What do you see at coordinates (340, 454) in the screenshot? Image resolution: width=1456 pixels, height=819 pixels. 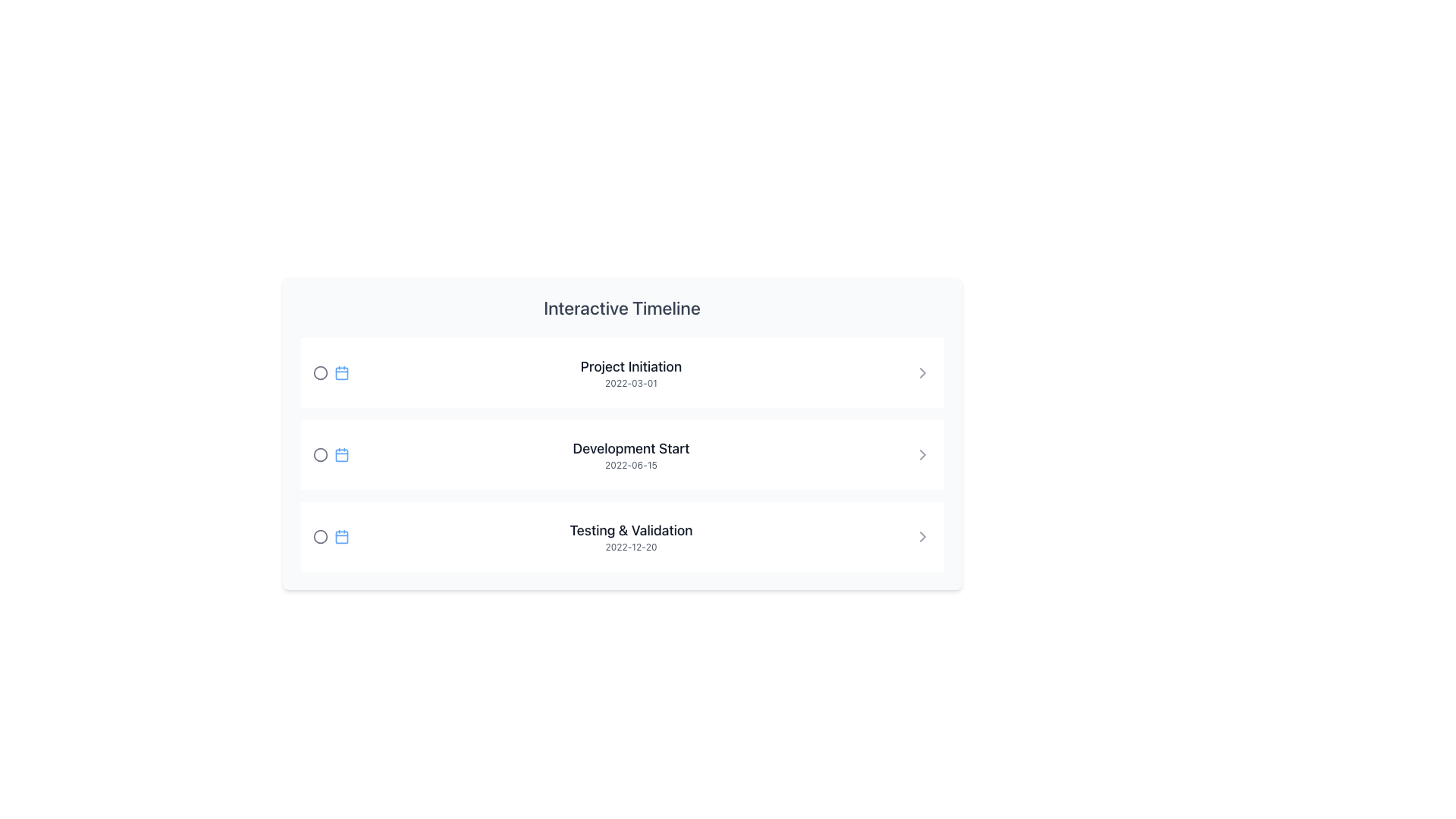 I see `the inner rectangle of the small blue calendar icon in the second row, which represents 'Development Start, 2022-06-15'` at bounding box center [340, 454].